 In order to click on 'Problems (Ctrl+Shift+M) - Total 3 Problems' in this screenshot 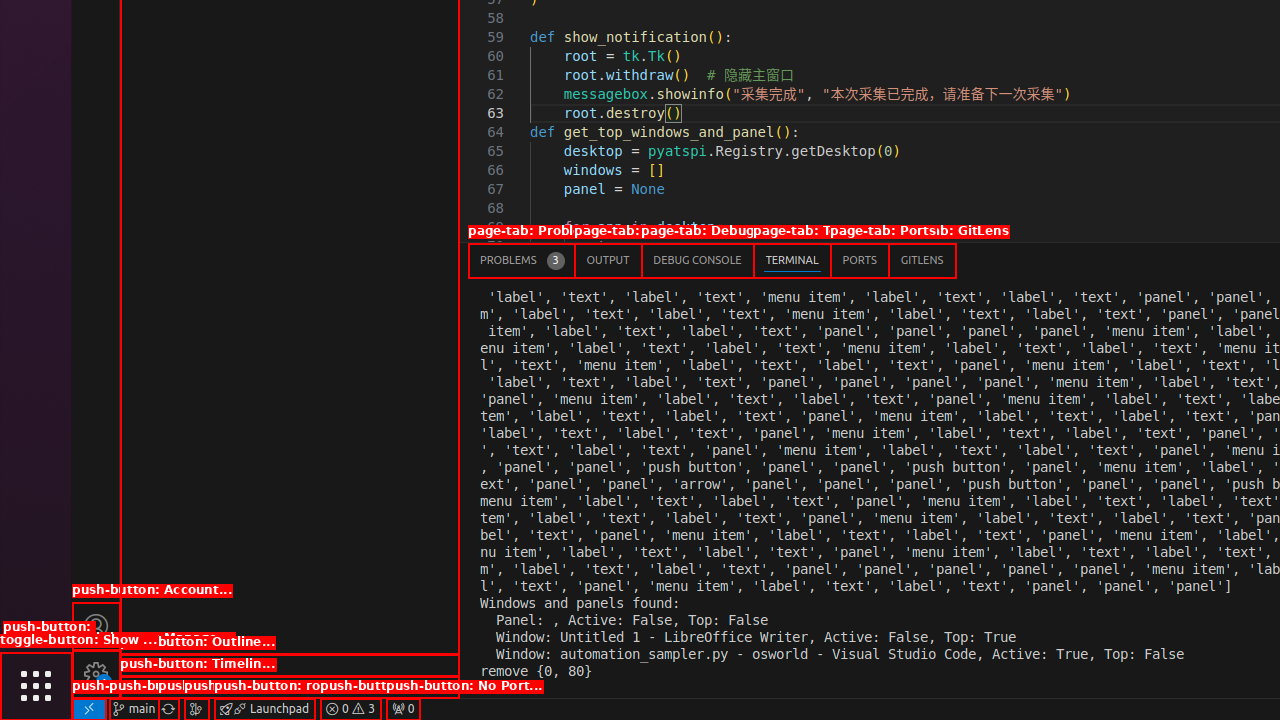, I will do `click(521, 259)`.